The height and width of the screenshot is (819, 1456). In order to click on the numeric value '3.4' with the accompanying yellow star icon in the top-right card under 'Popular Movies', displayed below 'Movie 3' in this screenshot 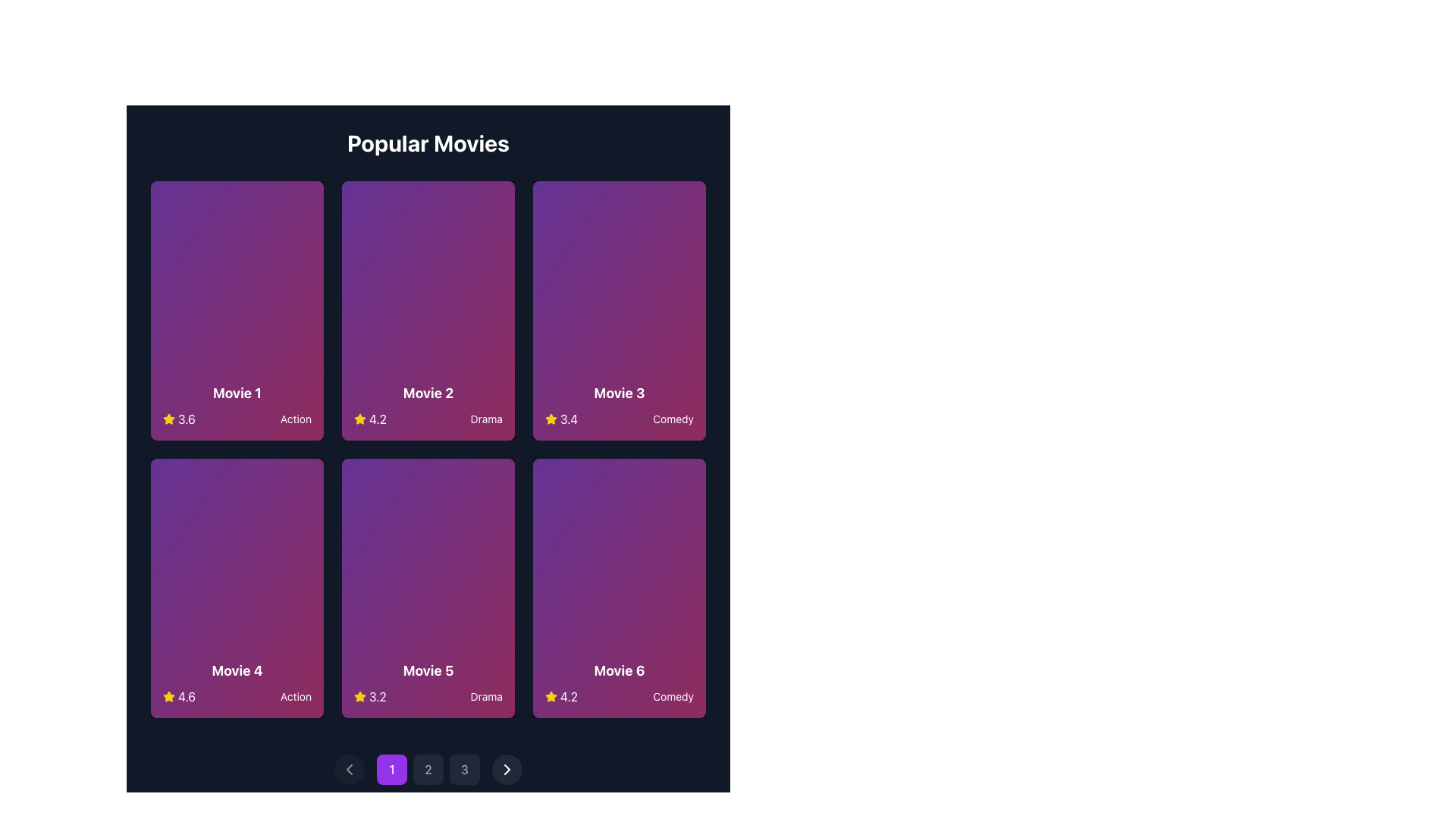, I will do `click(560, 419)`.